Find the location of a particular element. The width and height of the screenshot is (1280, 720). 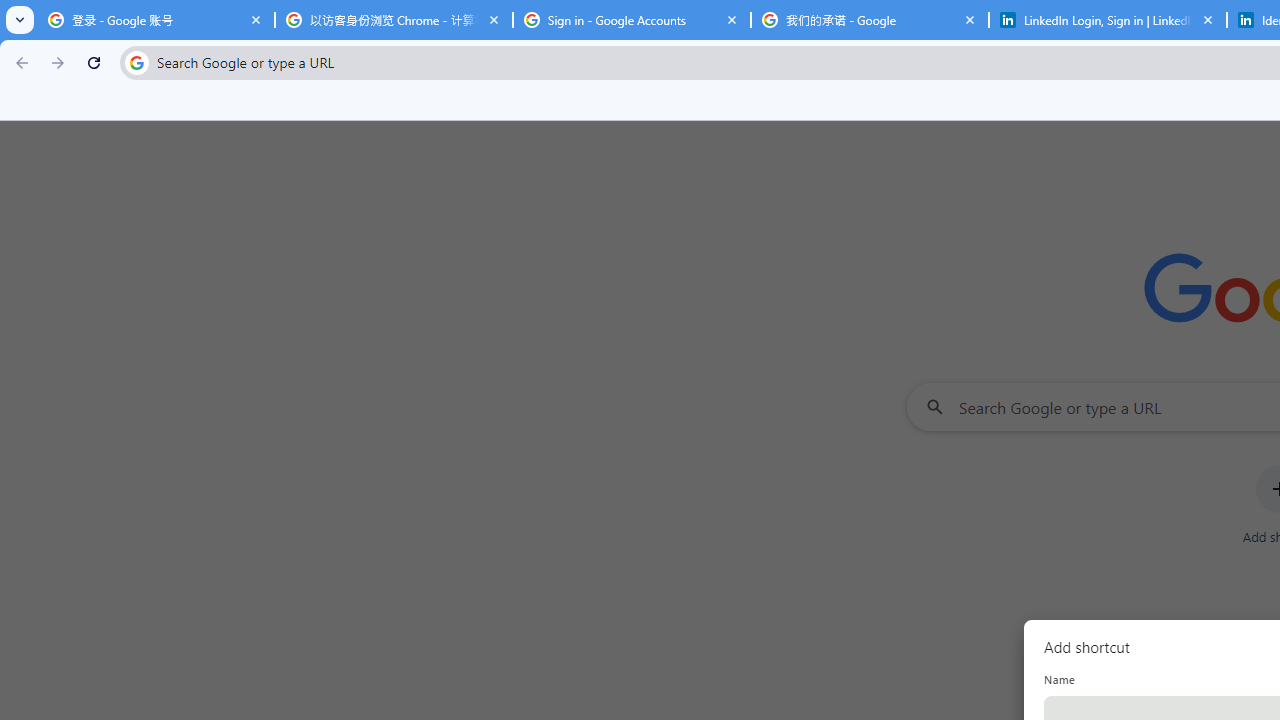

'Sign in - Google Accounts' is located at coordinates (631, 20).